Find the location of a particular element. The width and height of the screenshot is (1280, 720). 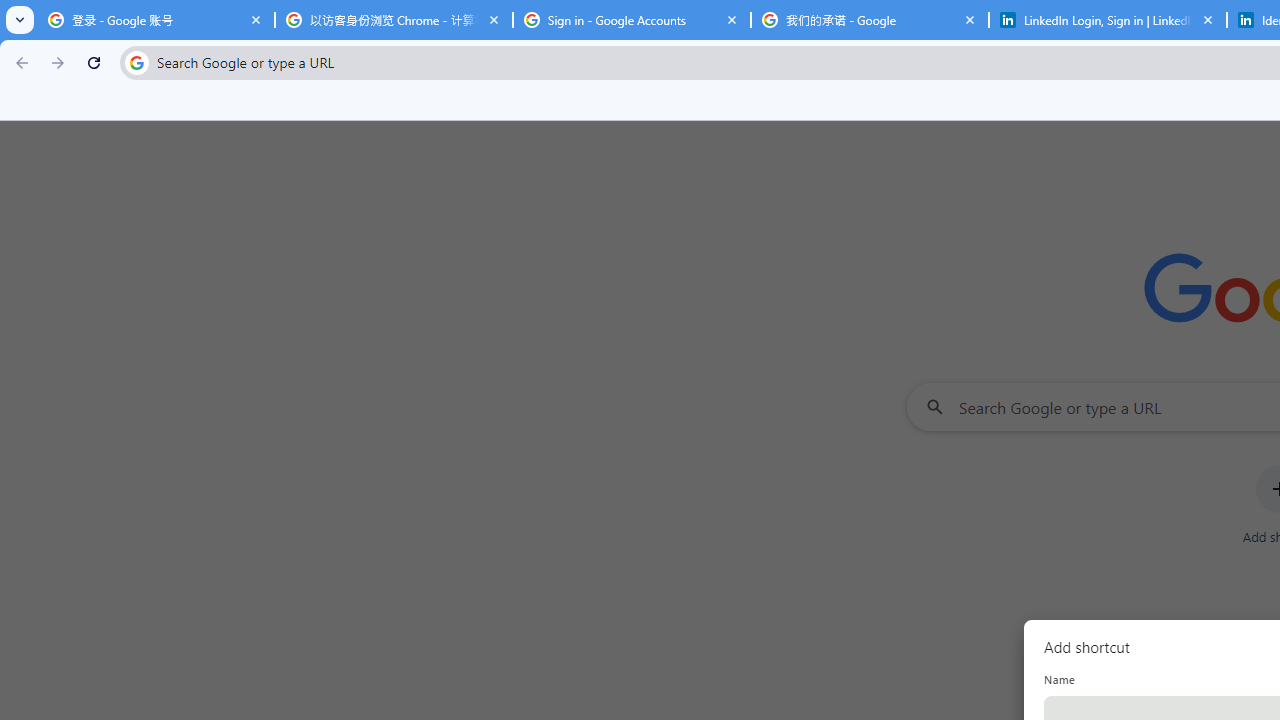

'Sign in - Google Accounts' is located at coordinates (631, 20).